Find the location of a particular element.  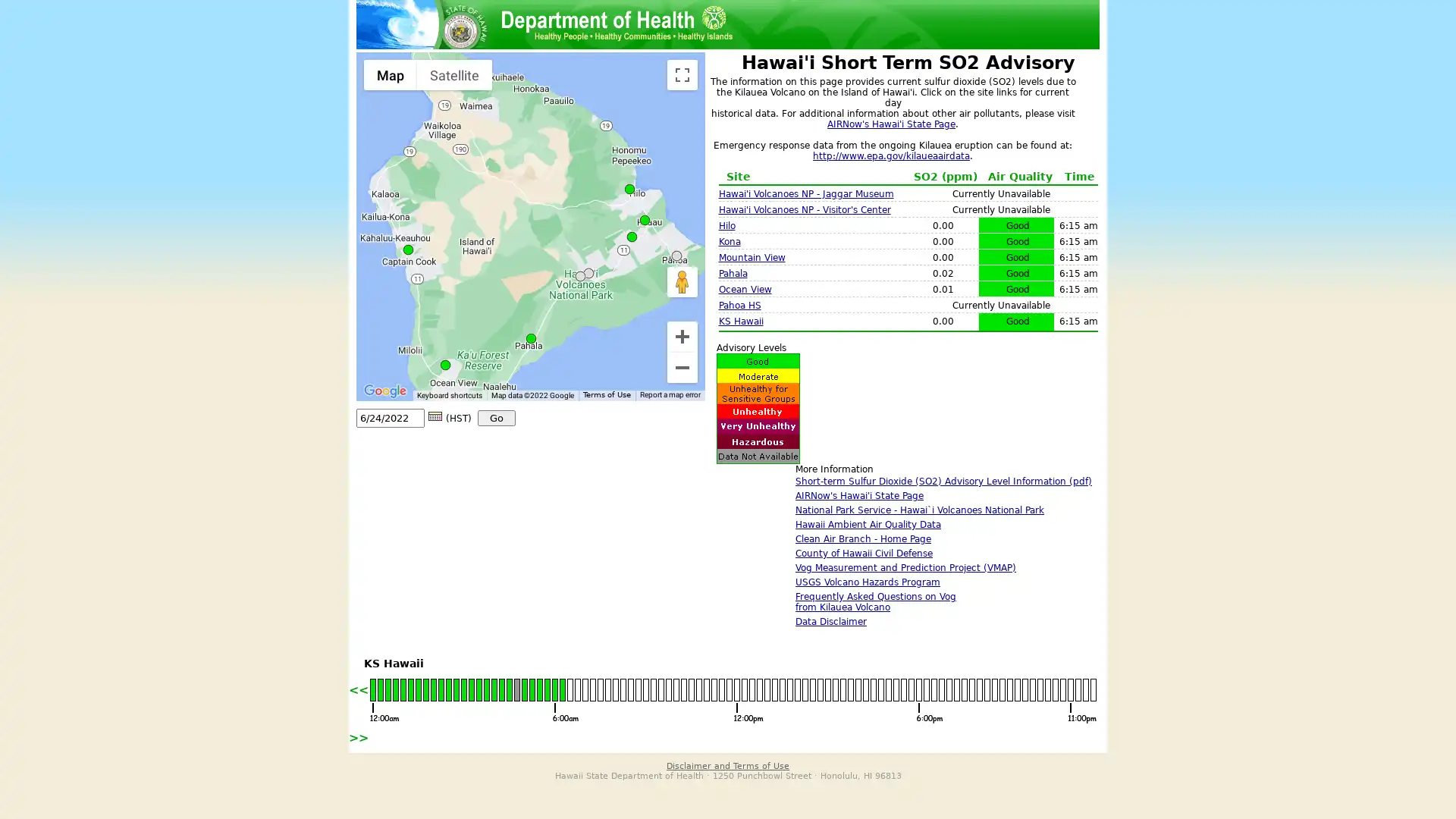

Keyboard shortcuts is located at coordinates (449, 394).